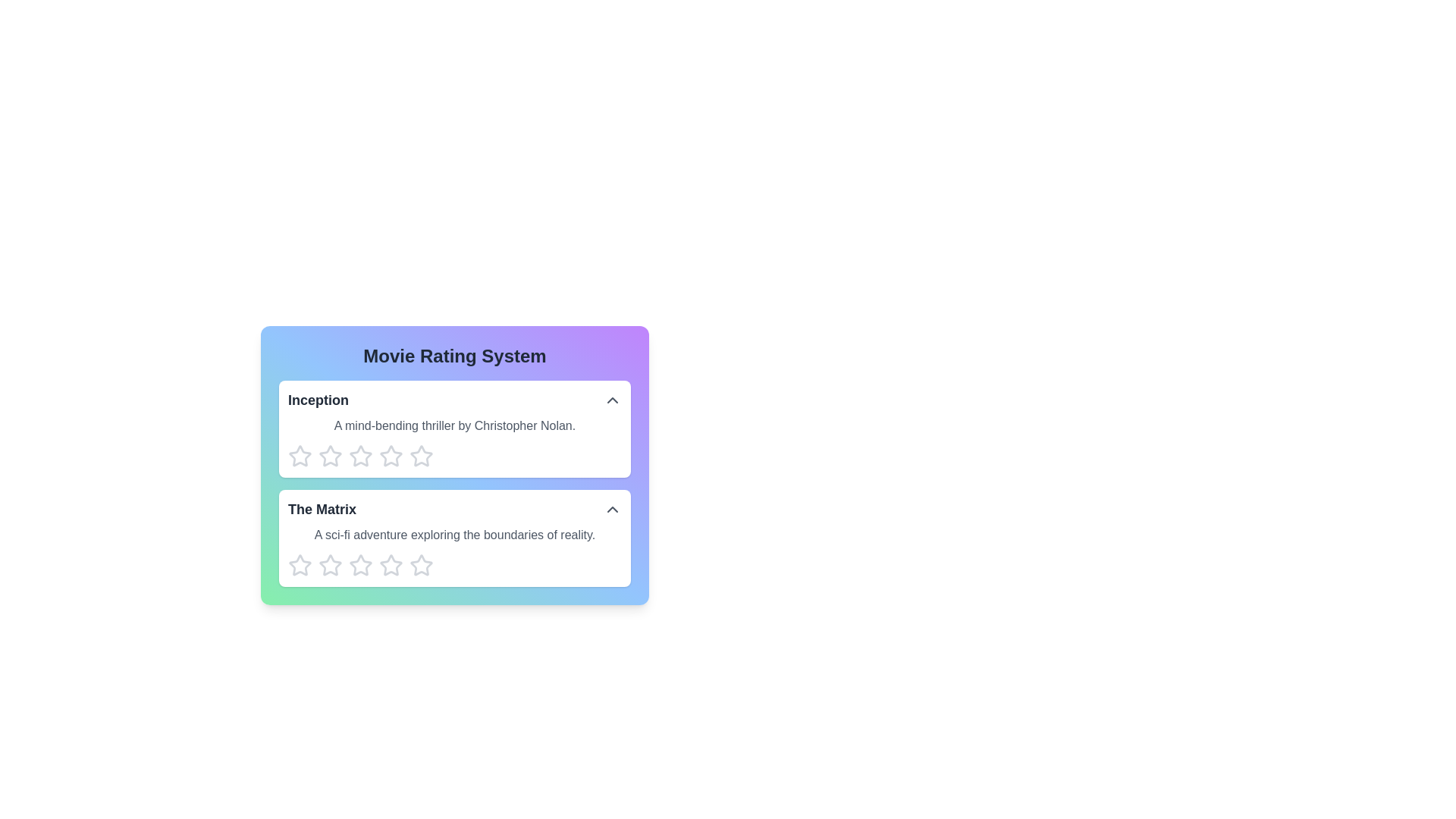  I want to click on static text element that displays 'A sci-fi adventure exploring the boundaries of reality.' located below the title 'The Matrix' in the movie rating system interface, so click(454, 534).